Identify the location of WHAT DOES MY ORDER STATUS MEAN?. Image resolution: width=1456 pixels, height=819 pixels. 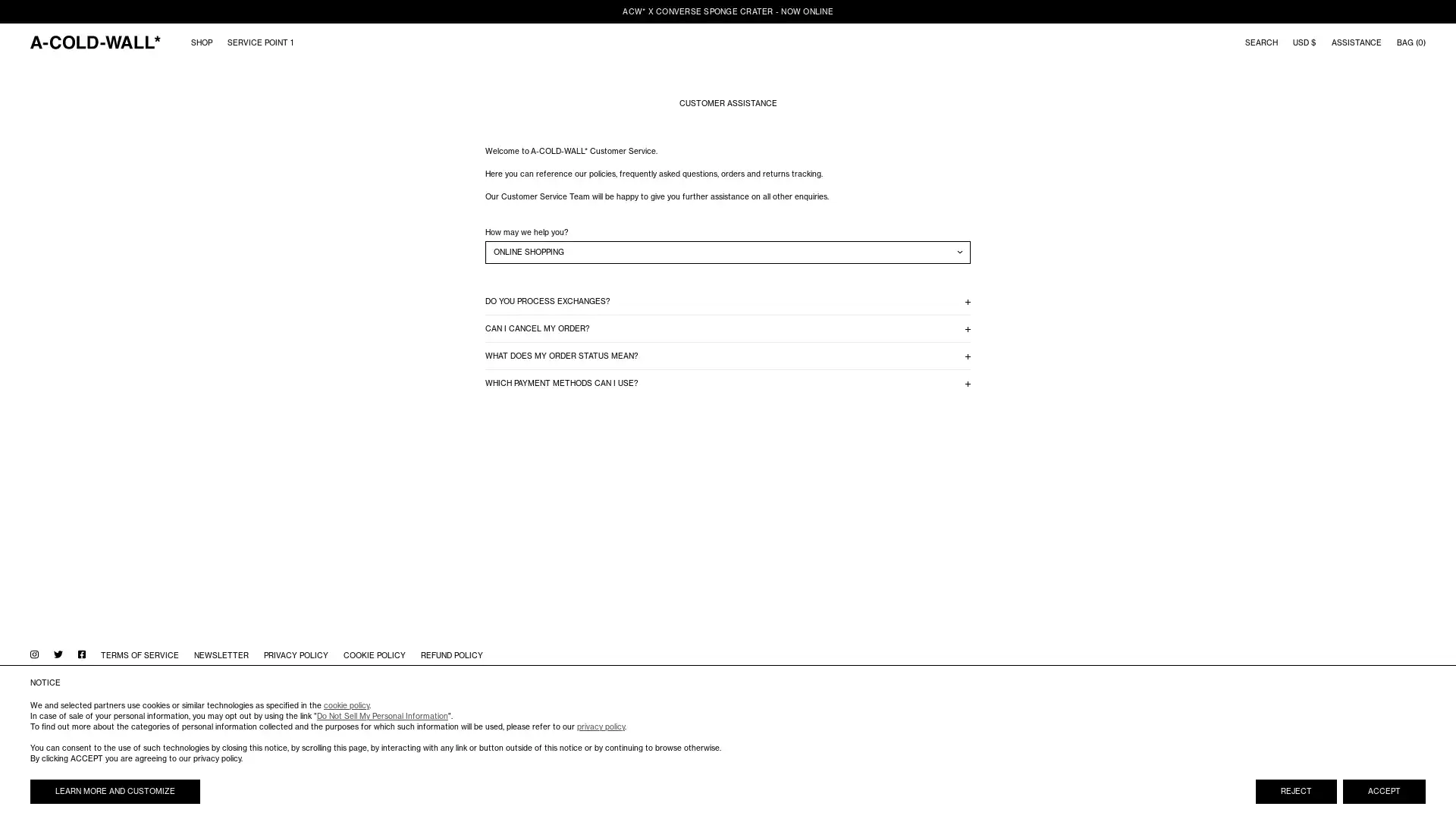
(728, 356).